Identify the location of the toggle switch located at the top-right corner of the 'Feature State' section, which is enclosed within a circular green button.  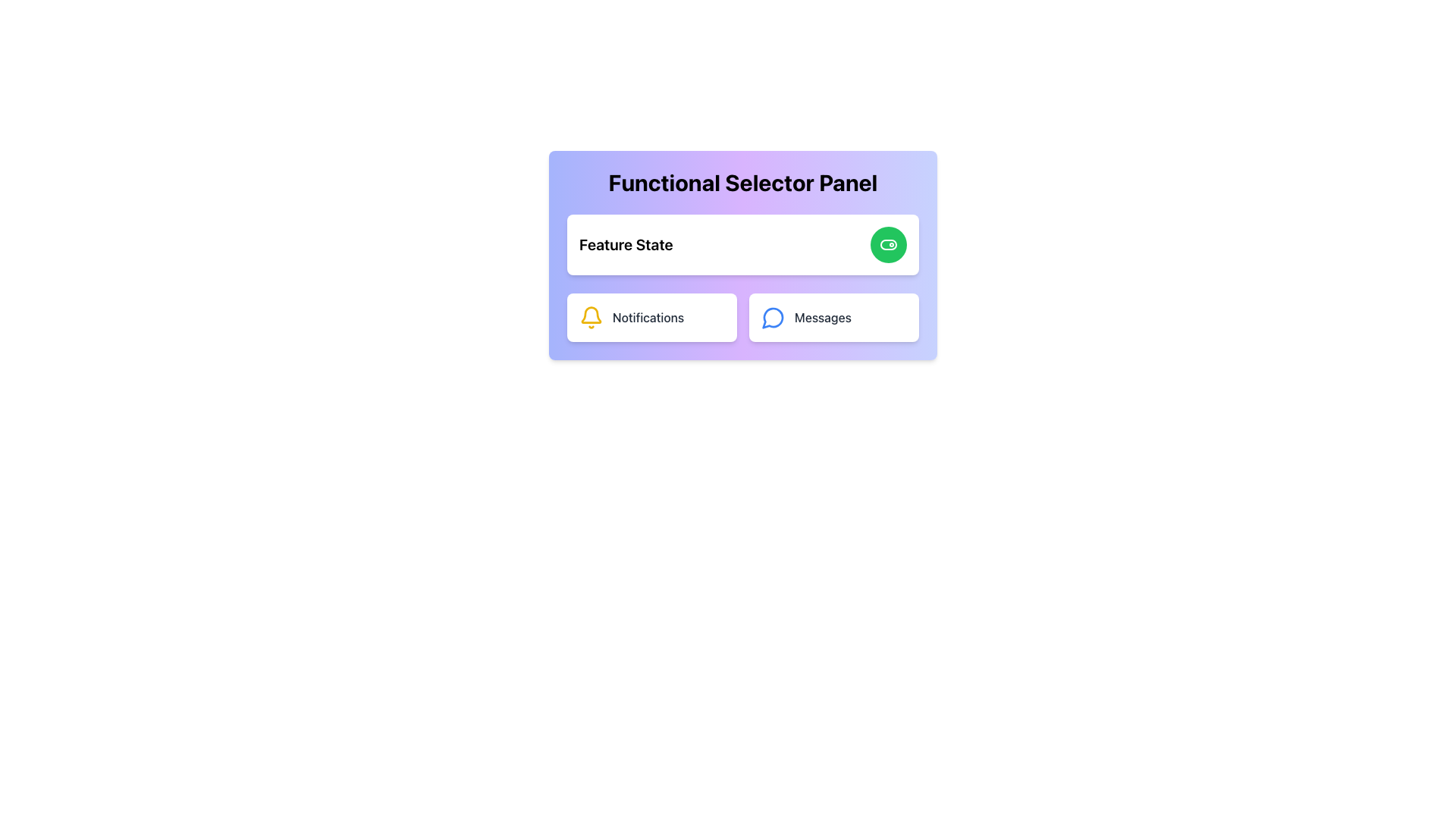
(888, 244).